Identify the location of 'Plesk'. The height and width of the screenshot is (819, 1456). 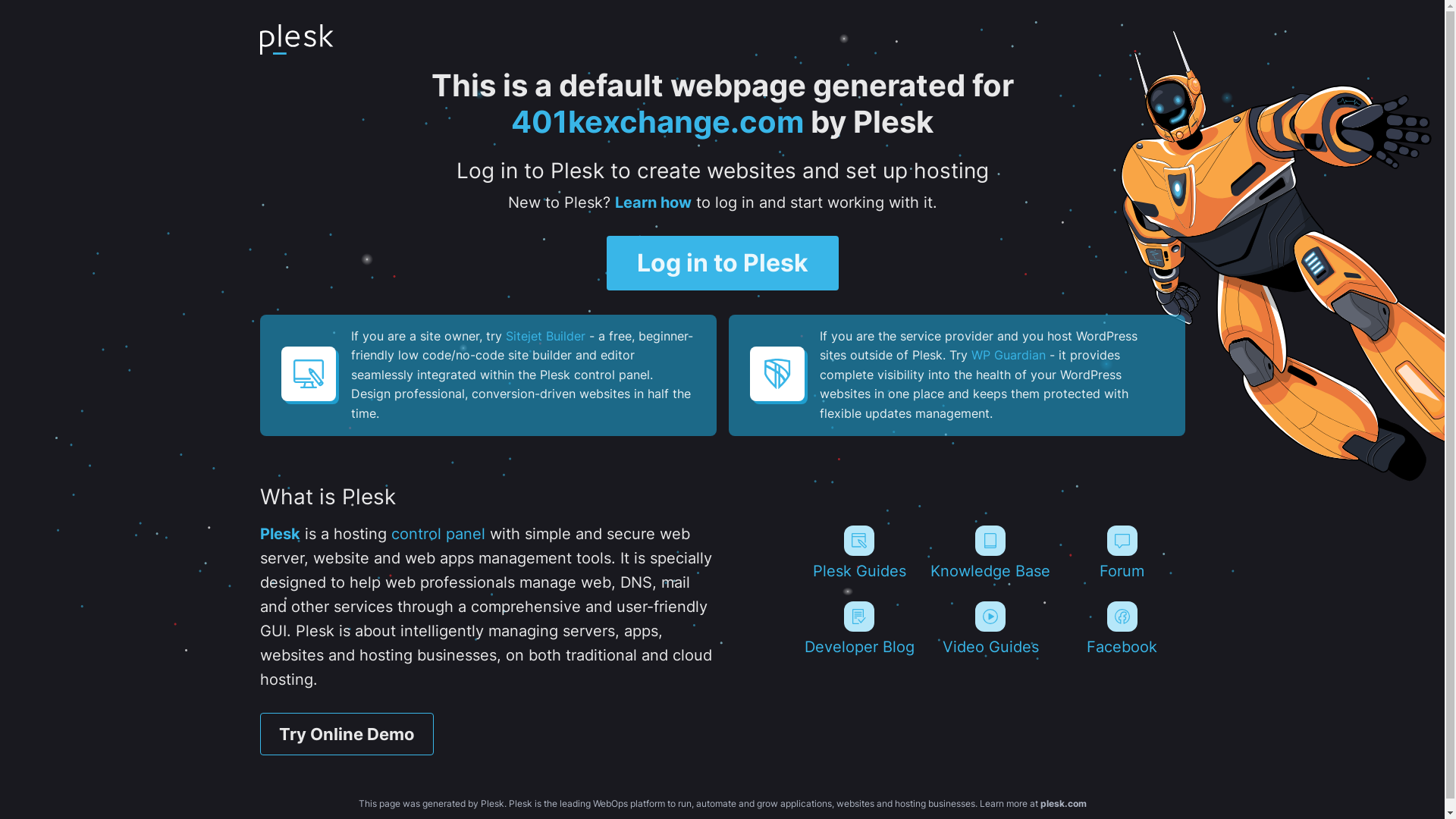
(279, 533).